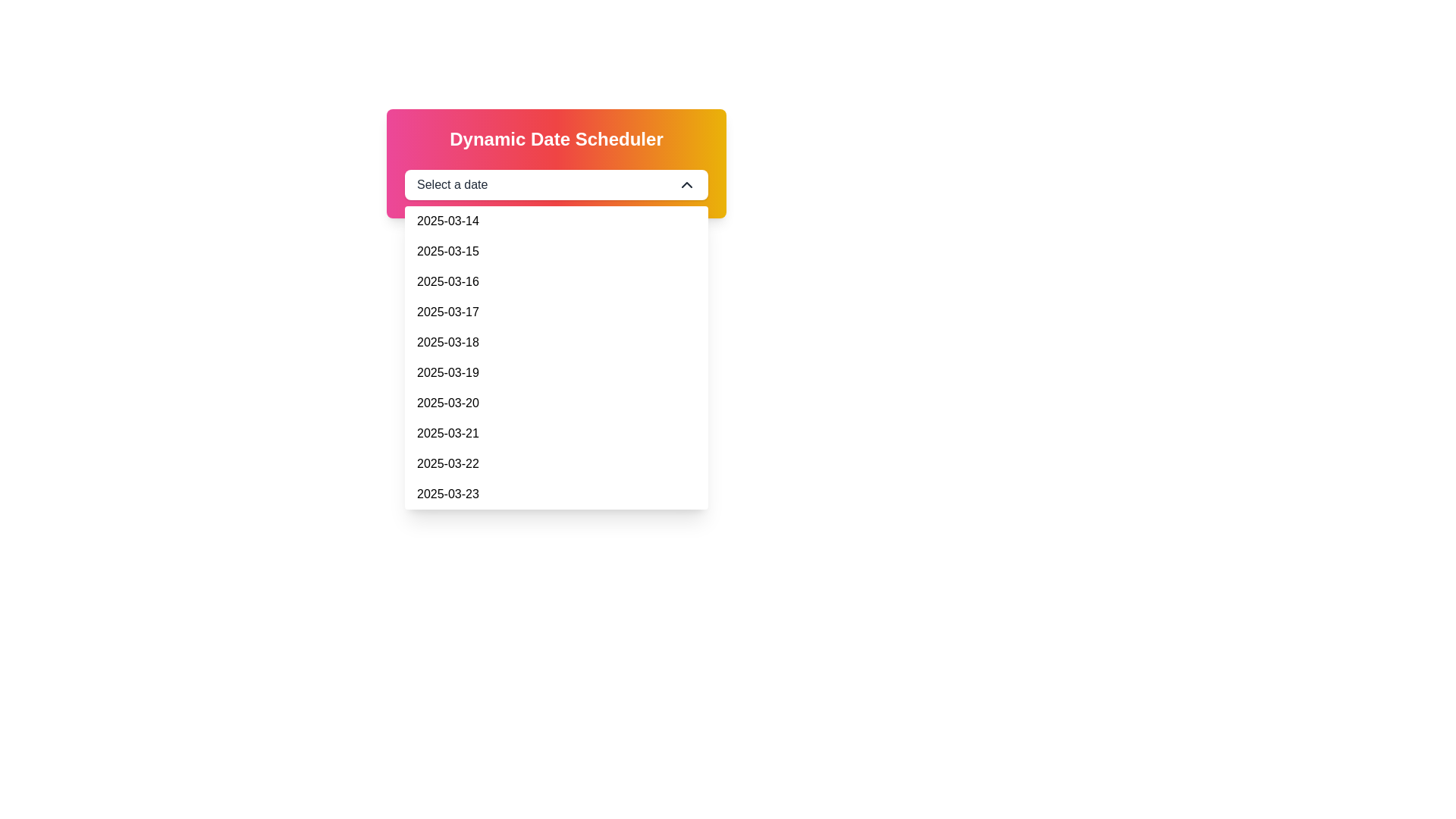  I want to click on the upward-facing chevron icon located in the top-right corner of the 'Select a date.' input field, so click(686, 184).